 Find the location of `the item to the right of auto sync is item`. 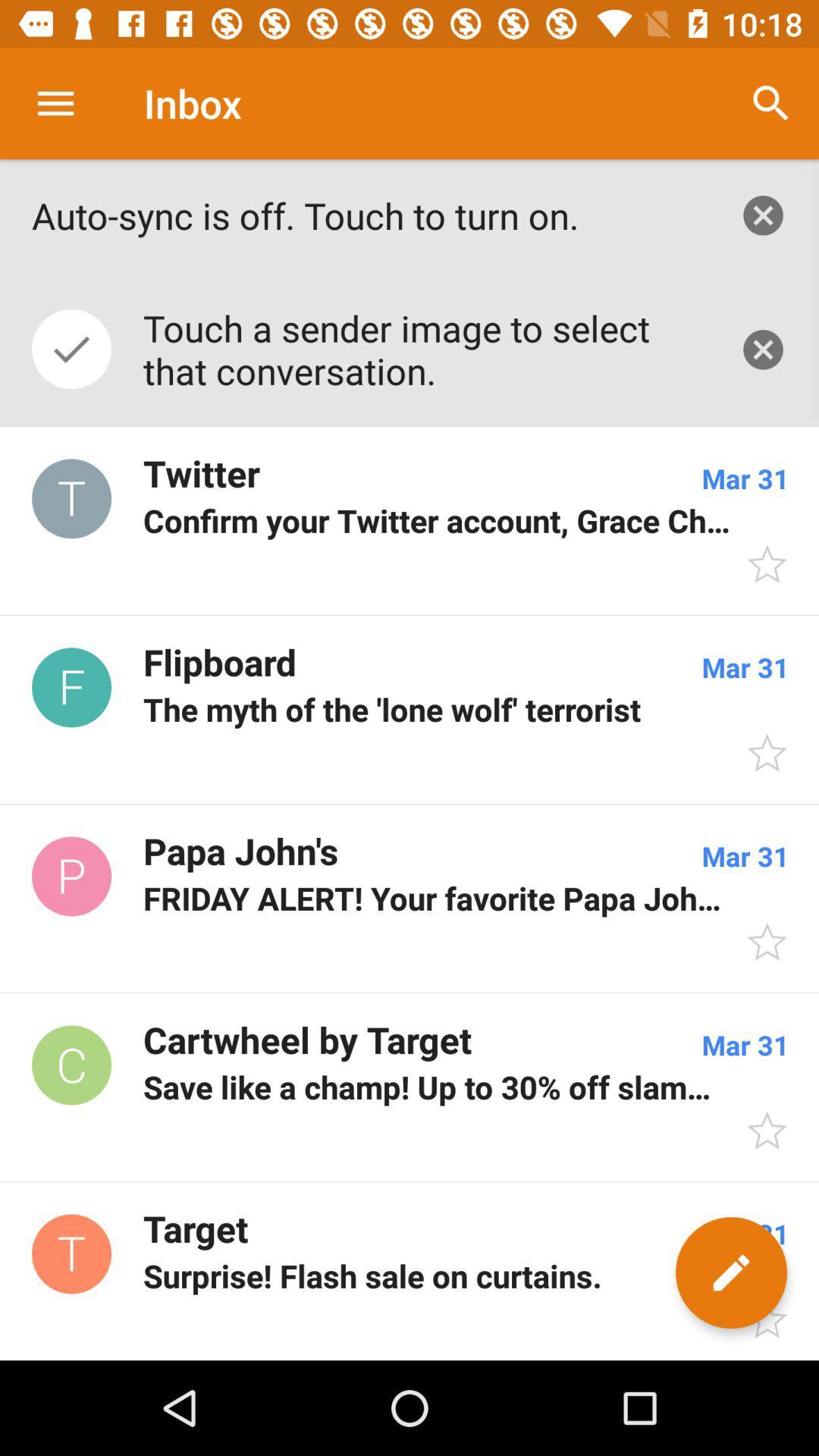

the item to the right of auto sync is item is located at coordinates (771, 102).